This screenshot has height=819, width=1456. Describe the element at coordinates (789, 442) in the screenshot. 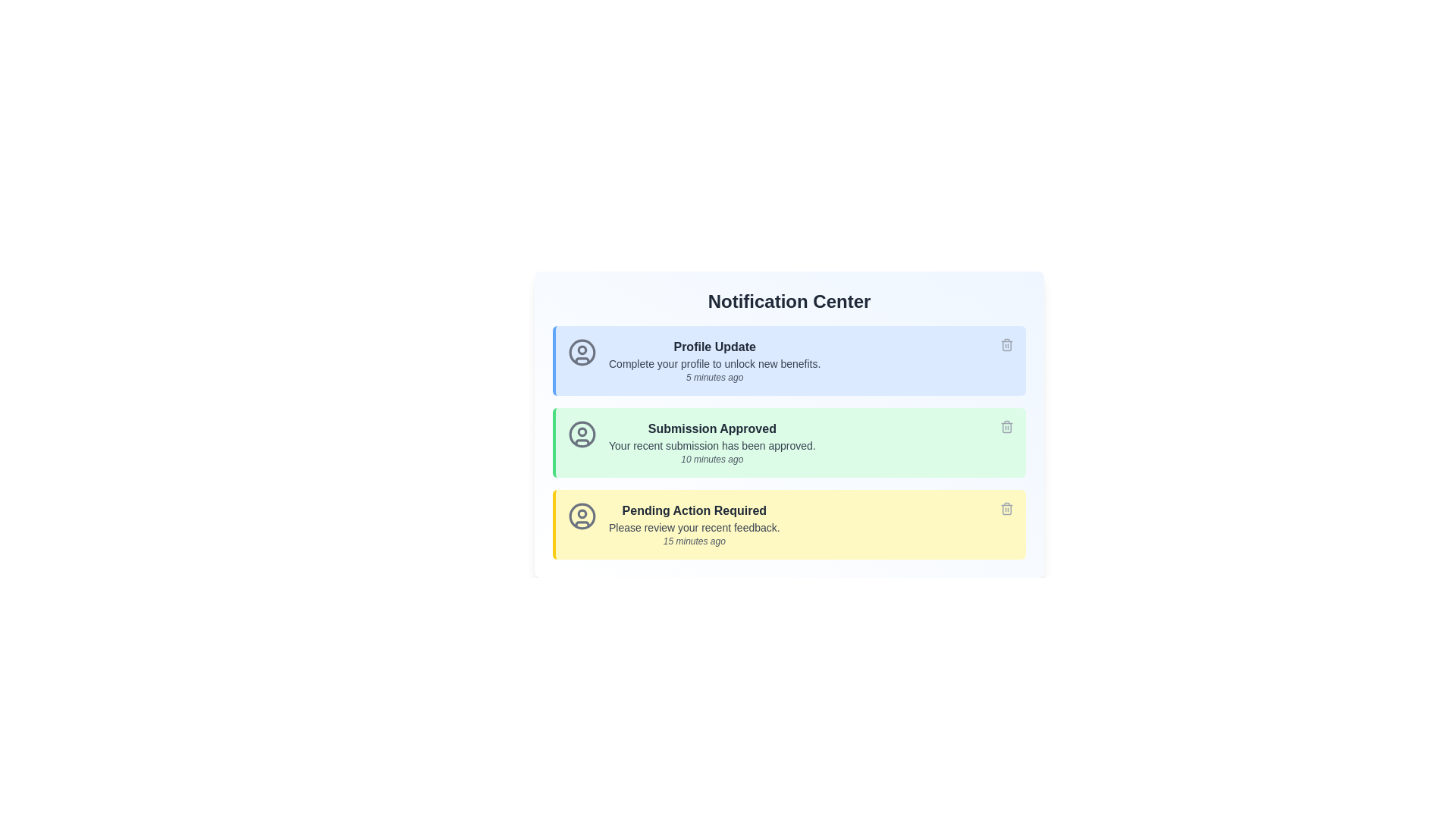

I see `the second notification card in the 'Notification Center' that informs the user about the update titled 'Submission Approved.'` at that location.